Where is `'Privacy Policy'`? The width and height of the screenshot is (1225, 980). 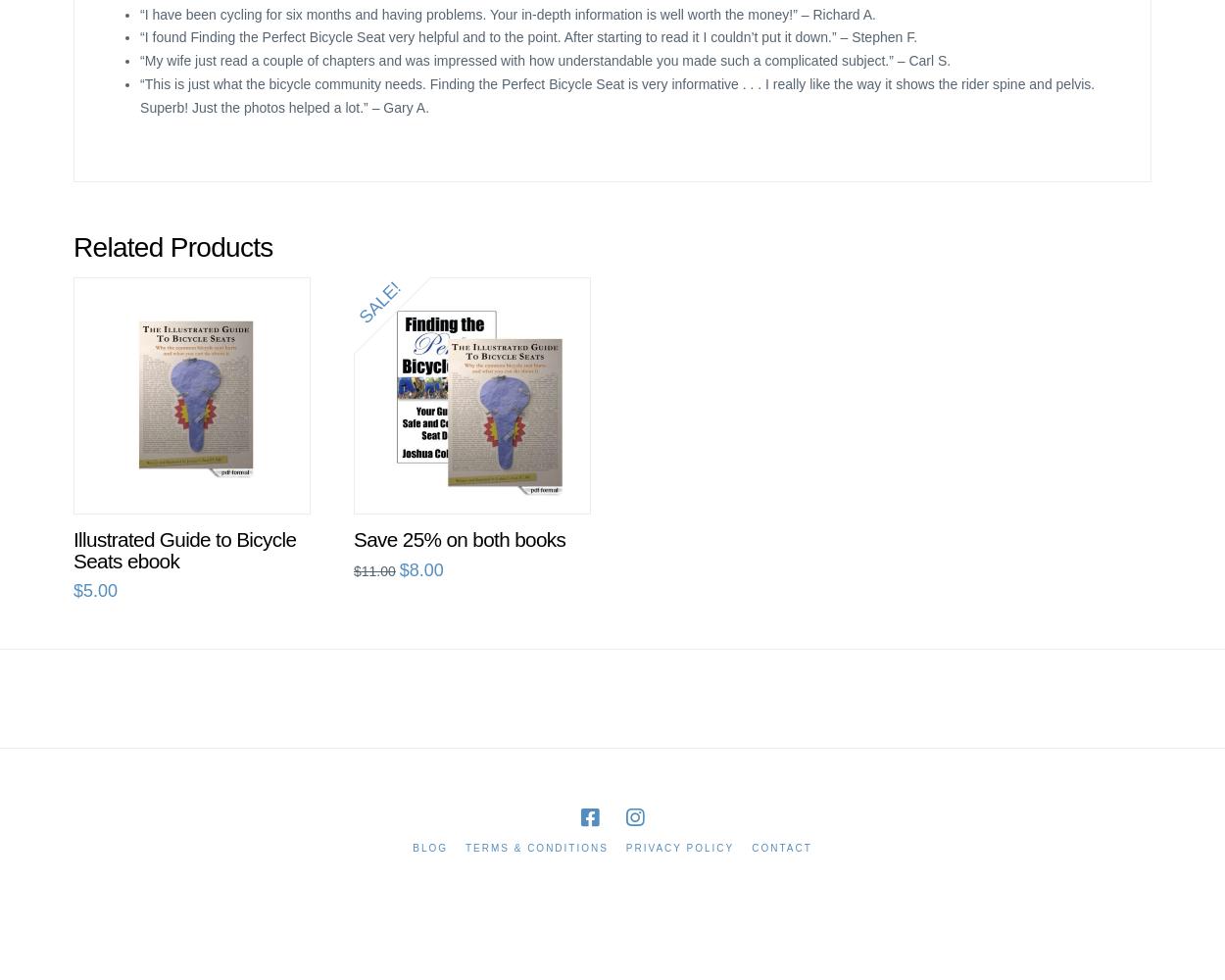 'Privacy Policy' is located at coordinates (678, 847).